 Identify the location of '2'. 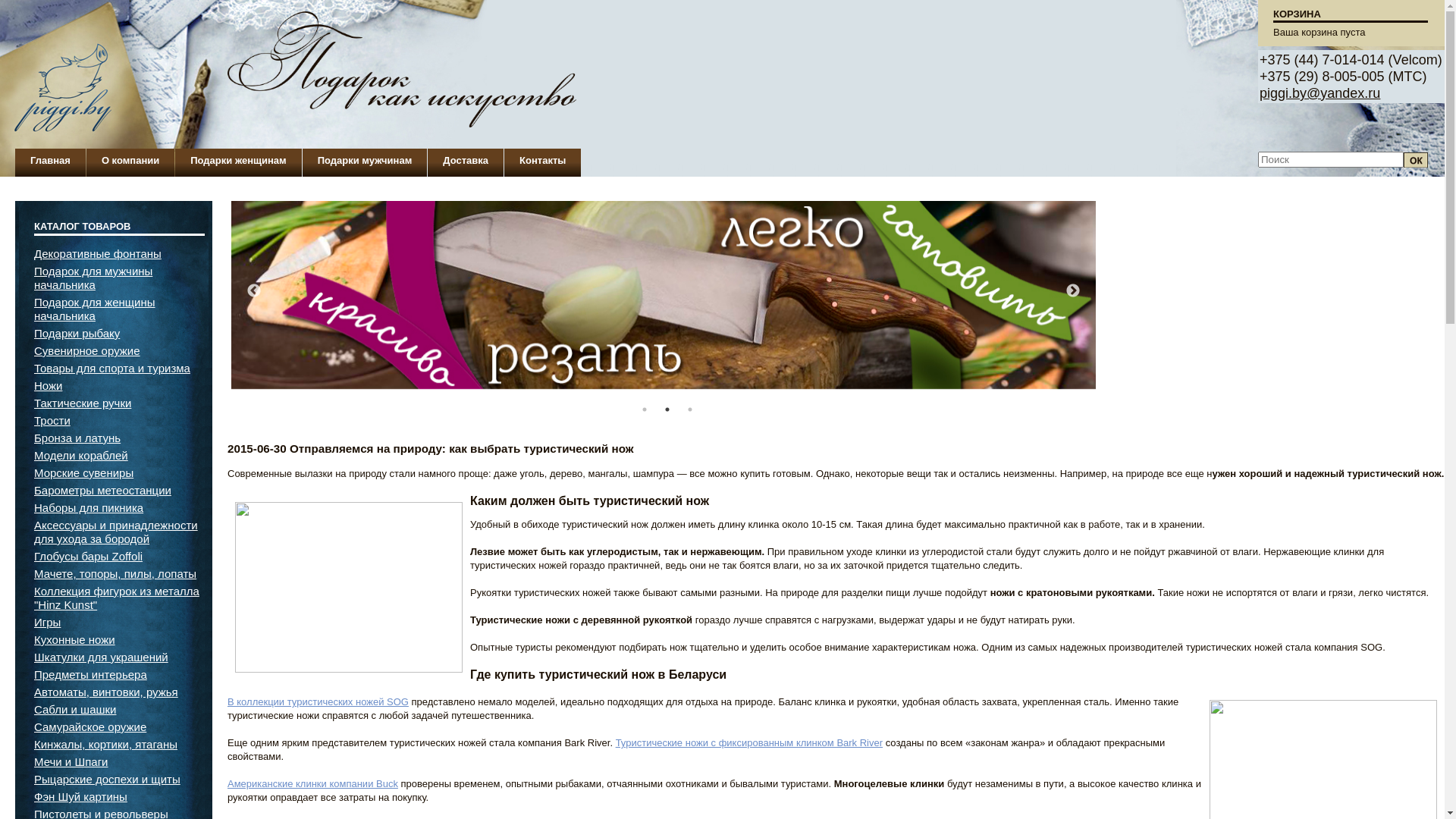
(667, 409).